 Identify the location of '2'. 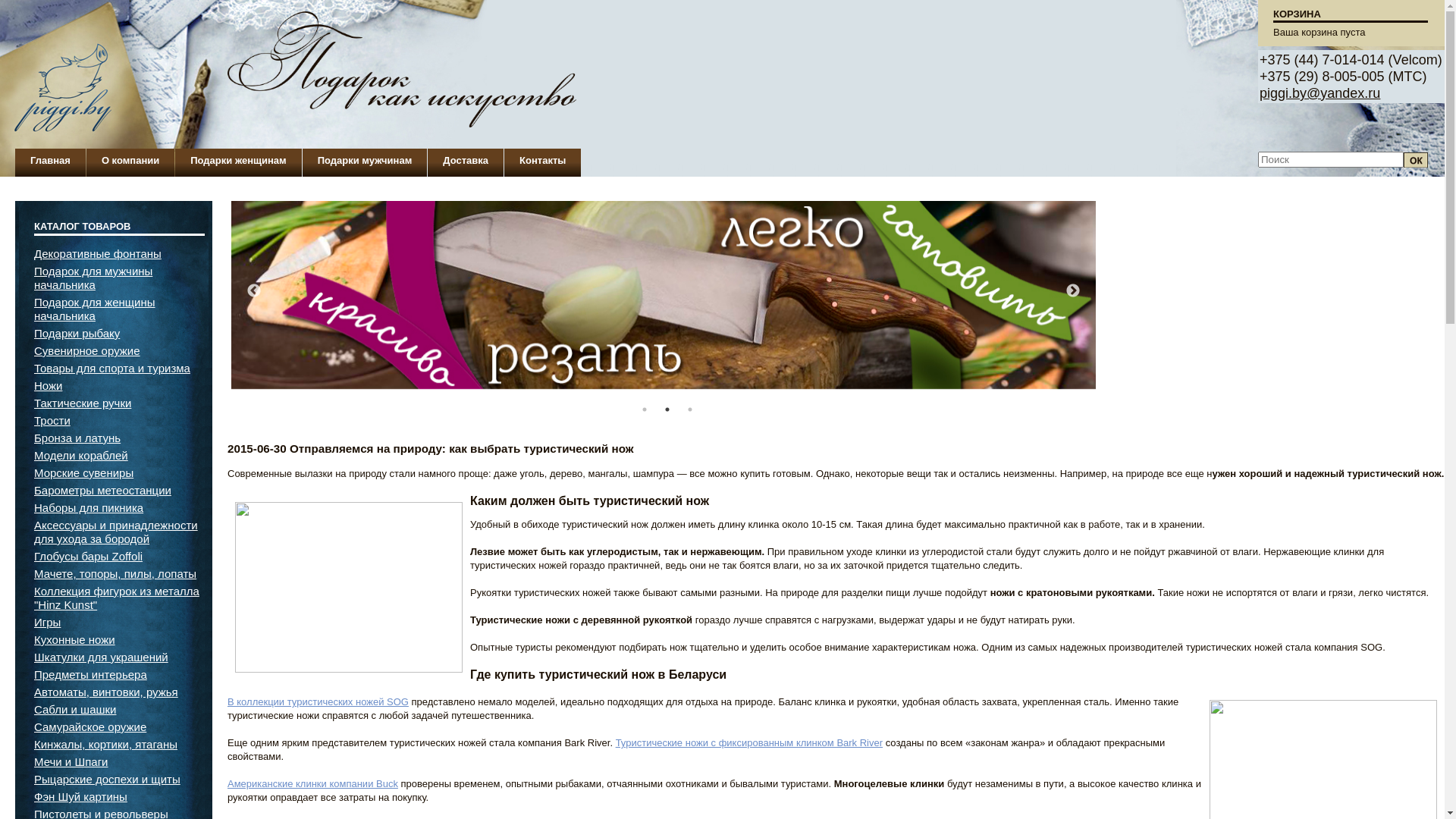
(667, 409).